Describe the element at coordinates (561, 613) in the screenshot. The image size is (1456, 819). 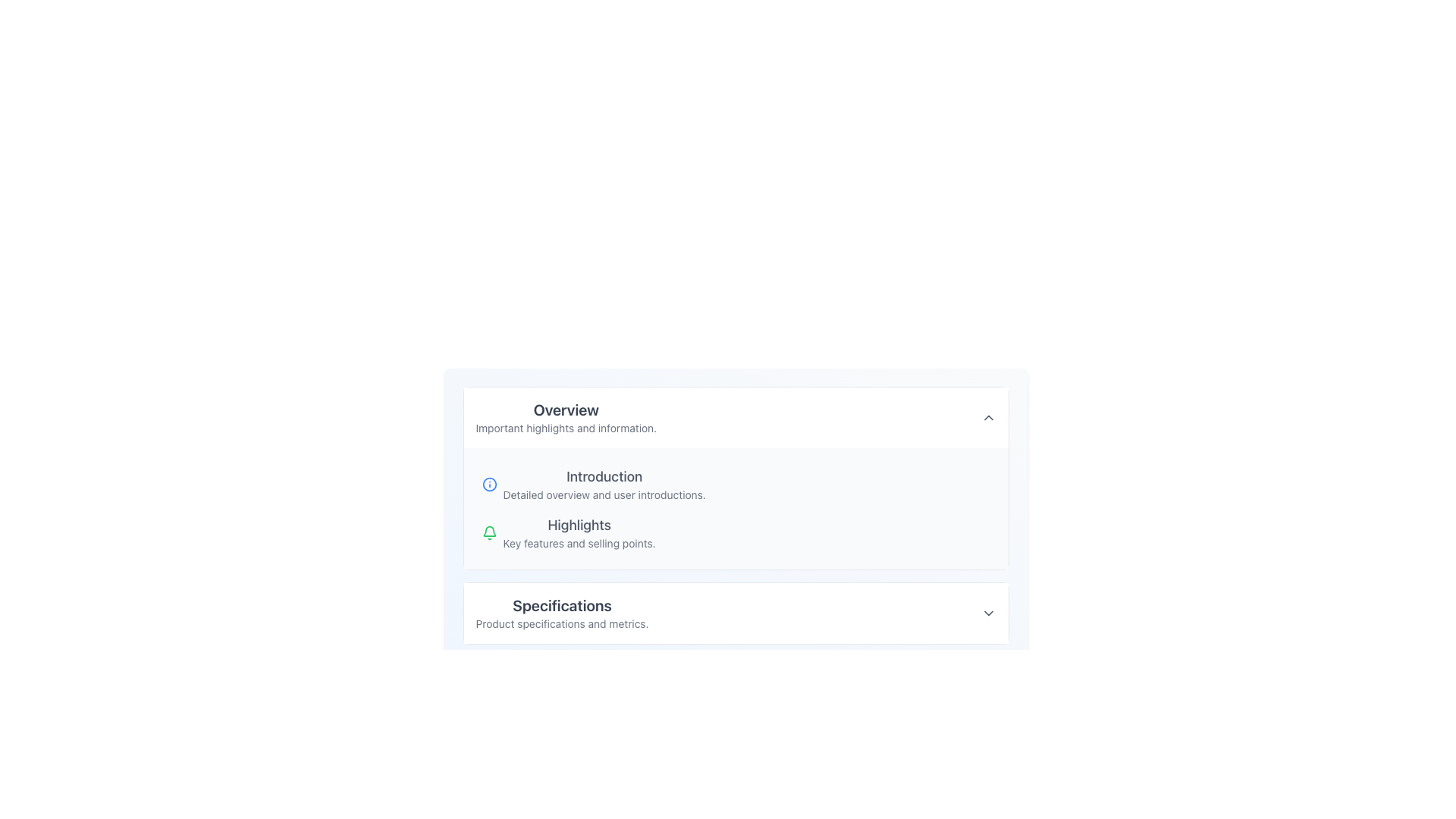
I see `the 'Specifications' section header` at that location.